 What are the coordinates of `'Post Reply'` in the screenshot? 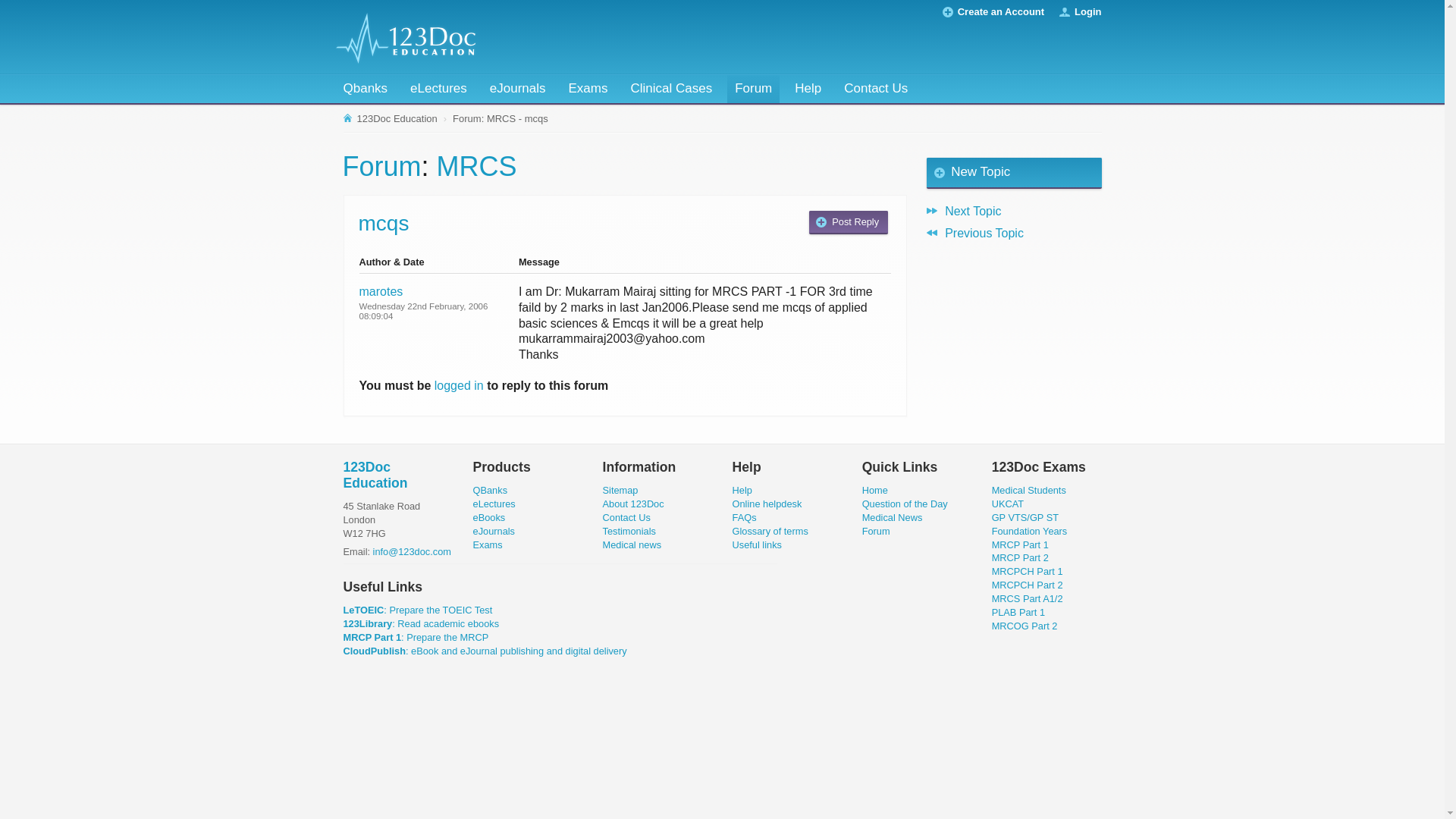 It's located at (808, 222).